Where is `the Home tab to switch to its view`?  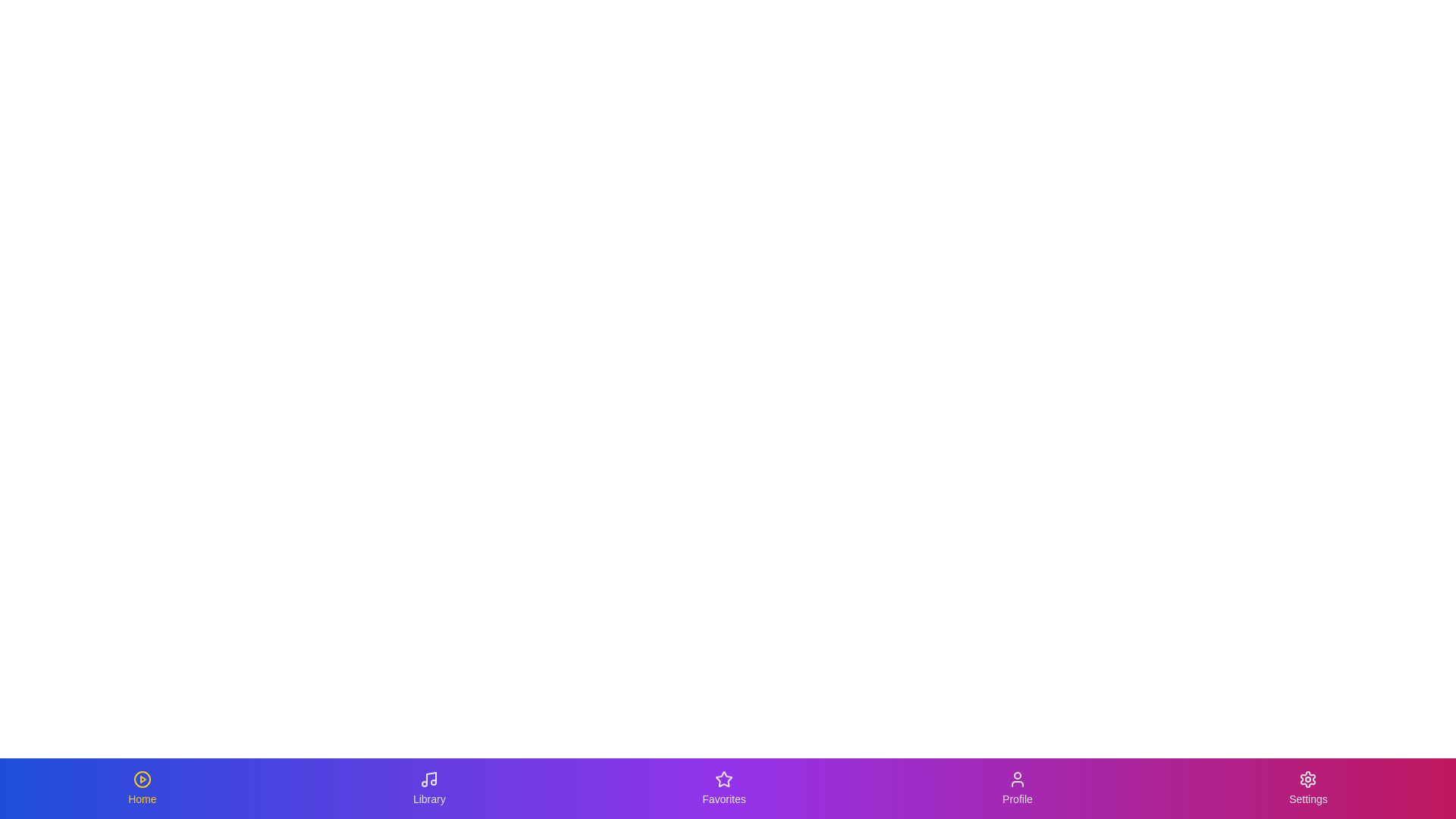
the Home tab to switch to its view is located at coordinates (142, 788).